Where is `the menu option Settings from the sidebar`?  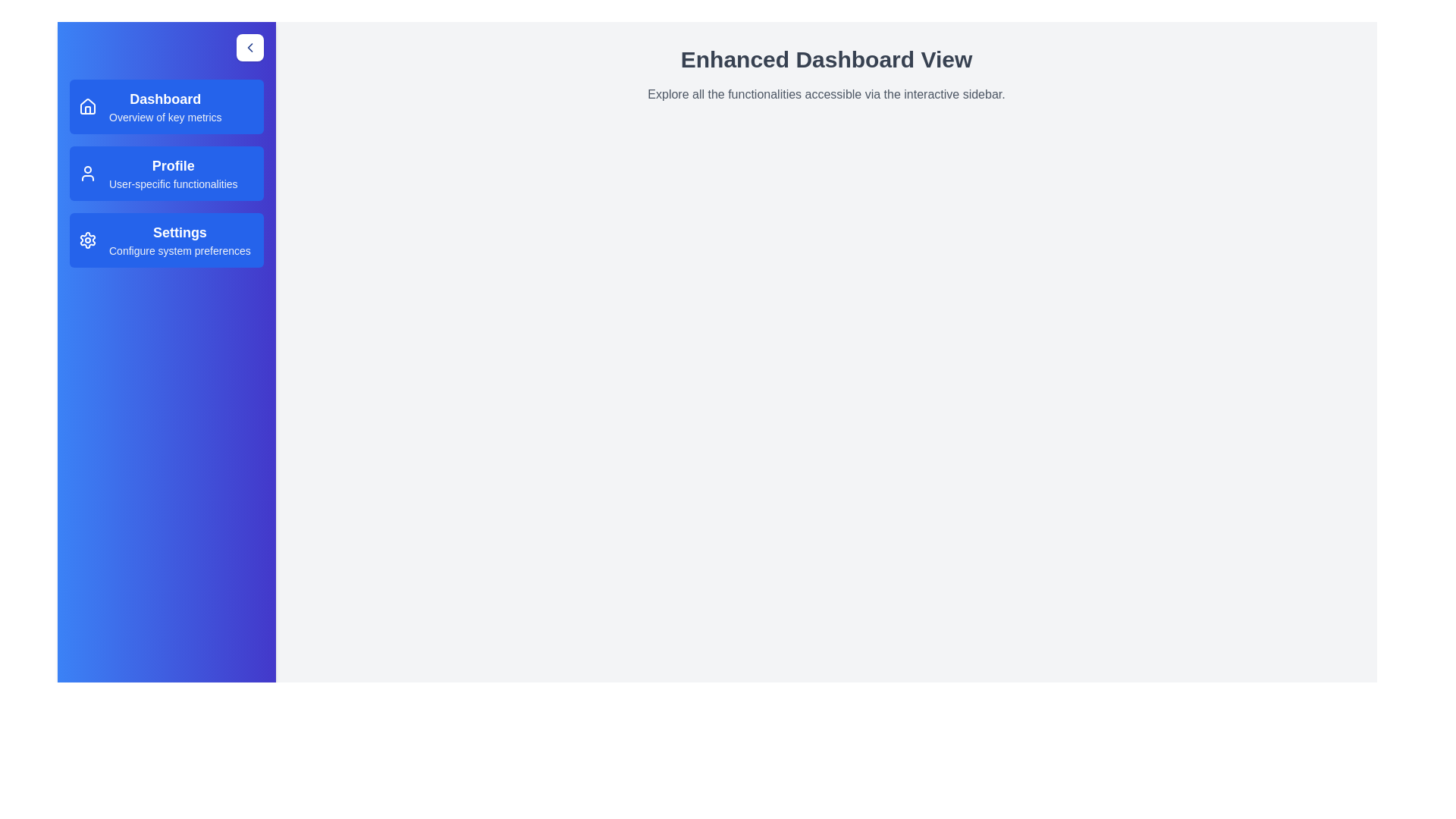
the menu option Settings from the sidebar is located at coordinates (167, 239).